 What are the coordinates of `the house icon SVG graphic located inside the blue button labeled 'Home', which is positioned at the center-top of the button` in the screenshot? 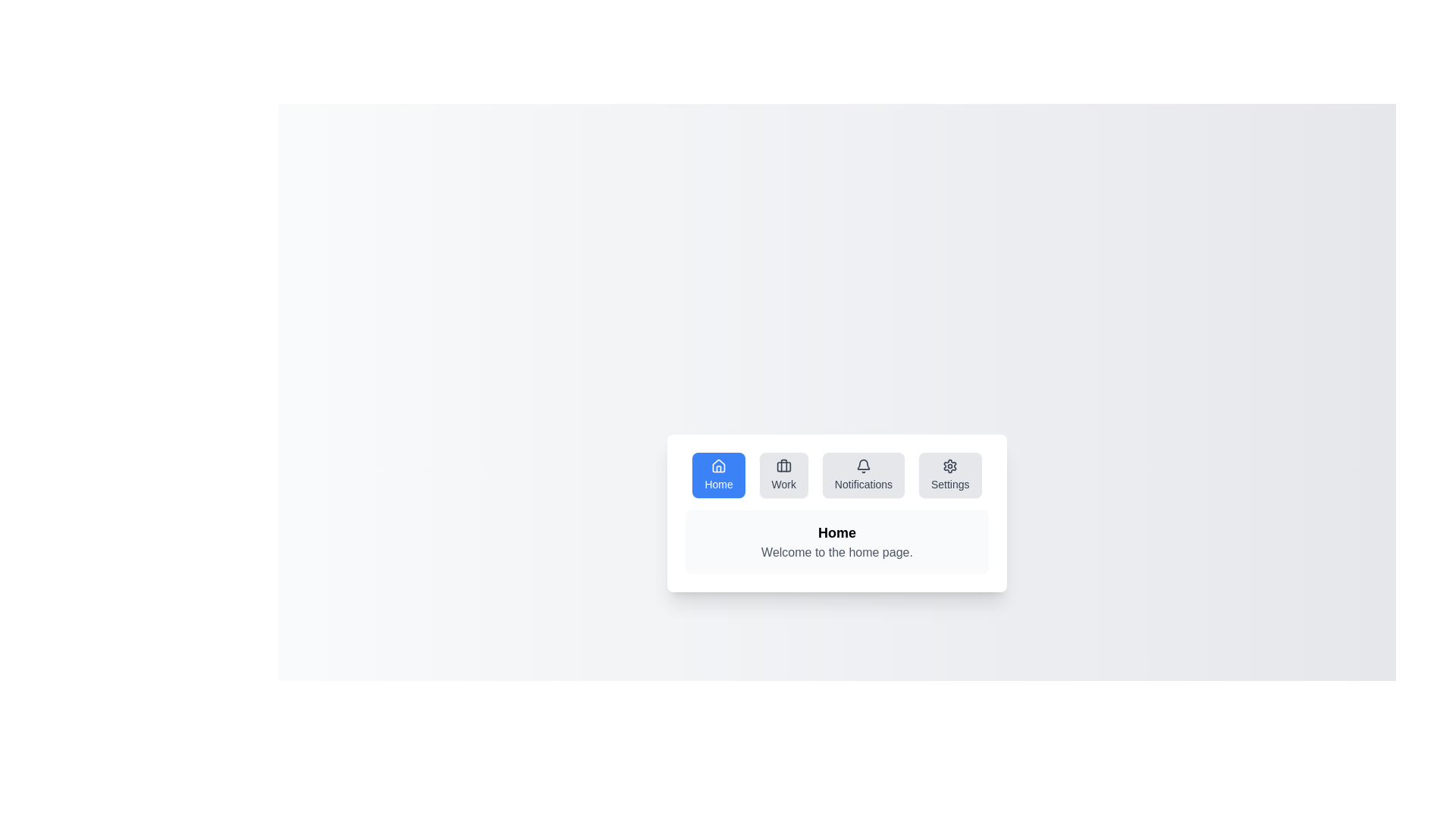 It's located at (718, 465).